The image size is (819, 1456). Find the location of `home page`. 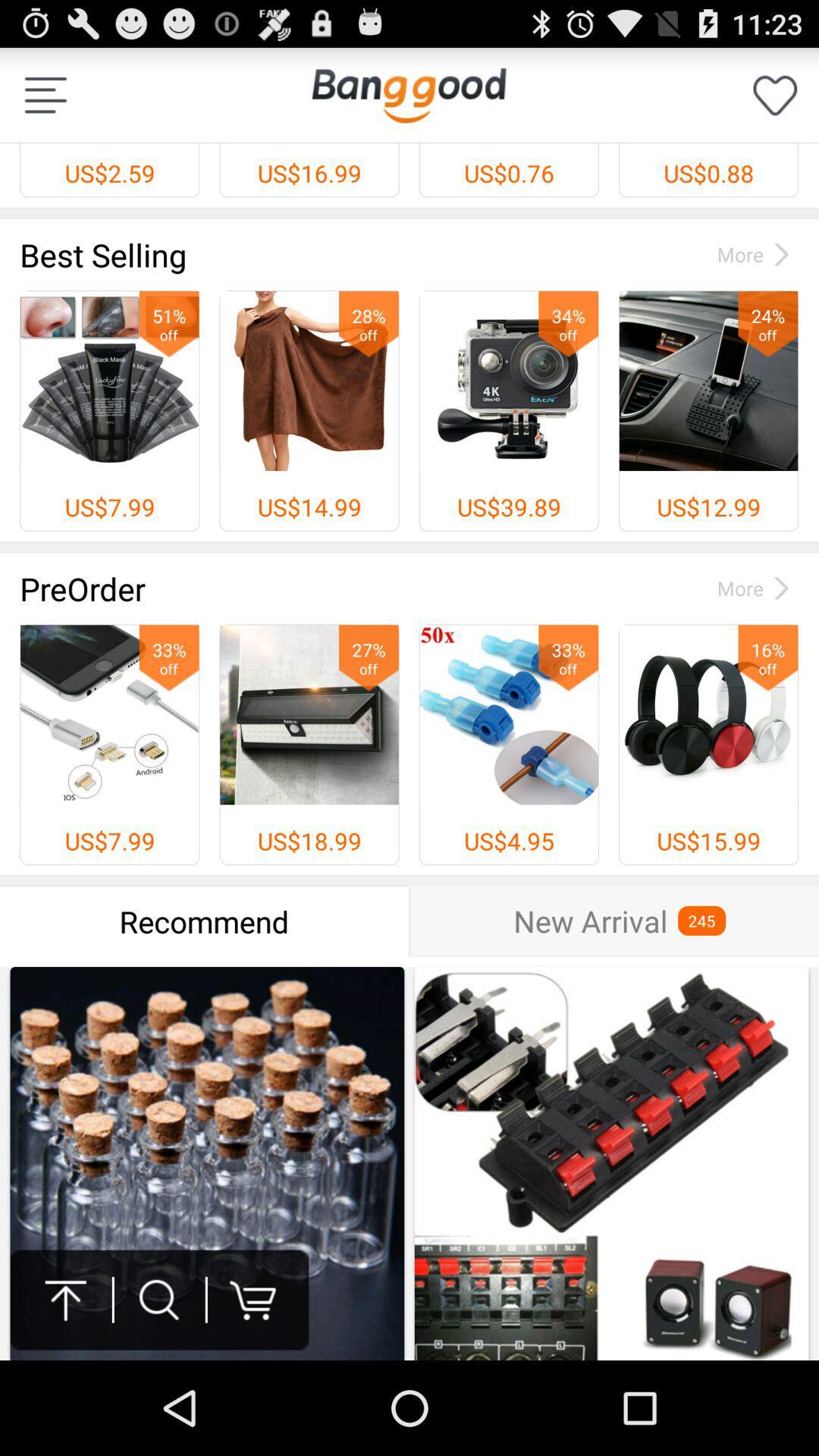

home page is located at coordinates (408, 94).